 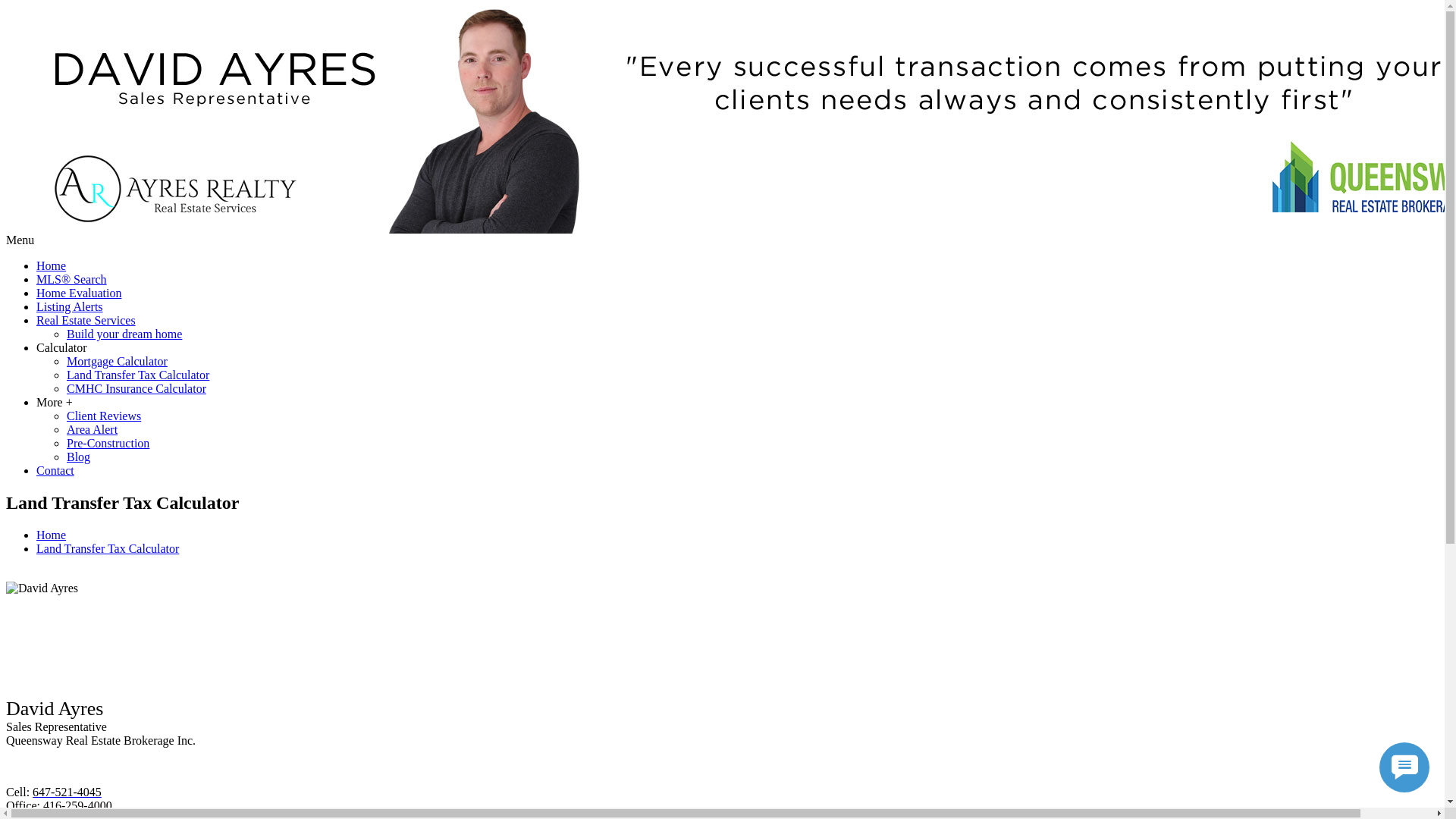 I want to click on 'More +', so click(x=55, y=401).